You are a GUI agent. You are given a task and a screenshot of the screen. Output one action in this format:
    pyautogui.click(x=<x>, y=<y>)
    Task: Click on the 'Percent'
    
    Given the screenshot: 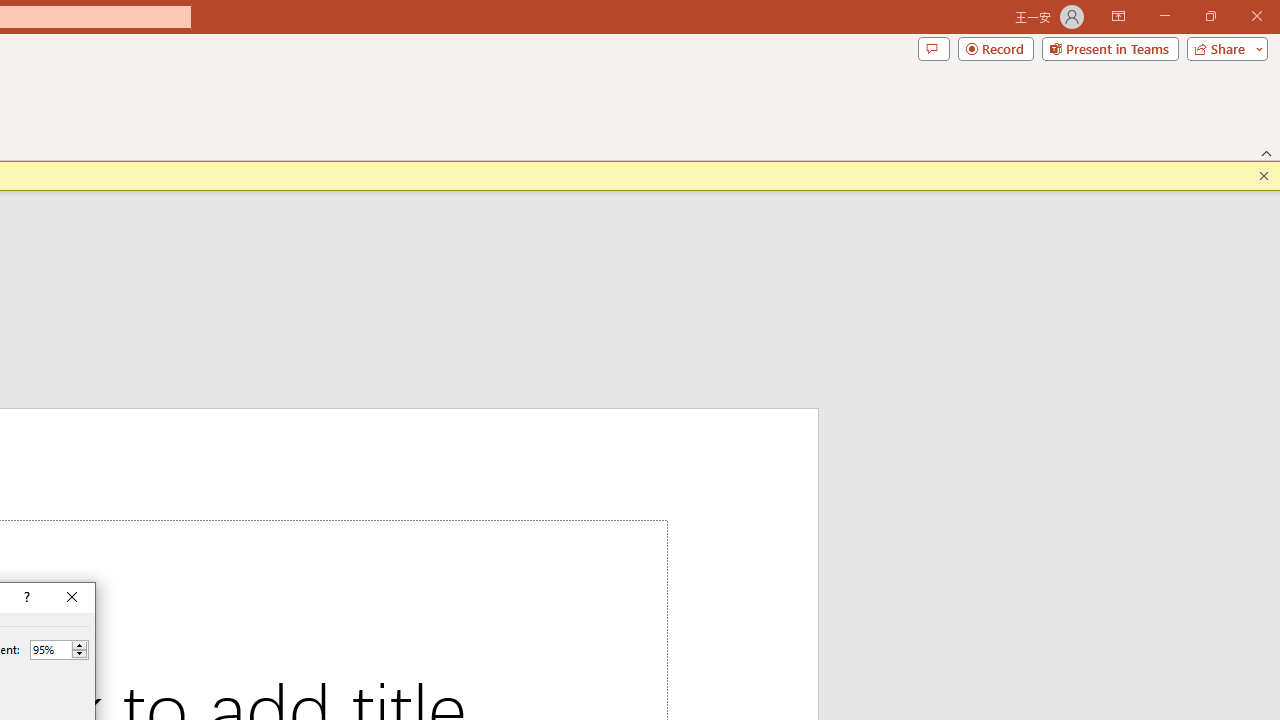 What is the action you would take?
    pyautogui.click(x=59, y=650)
    